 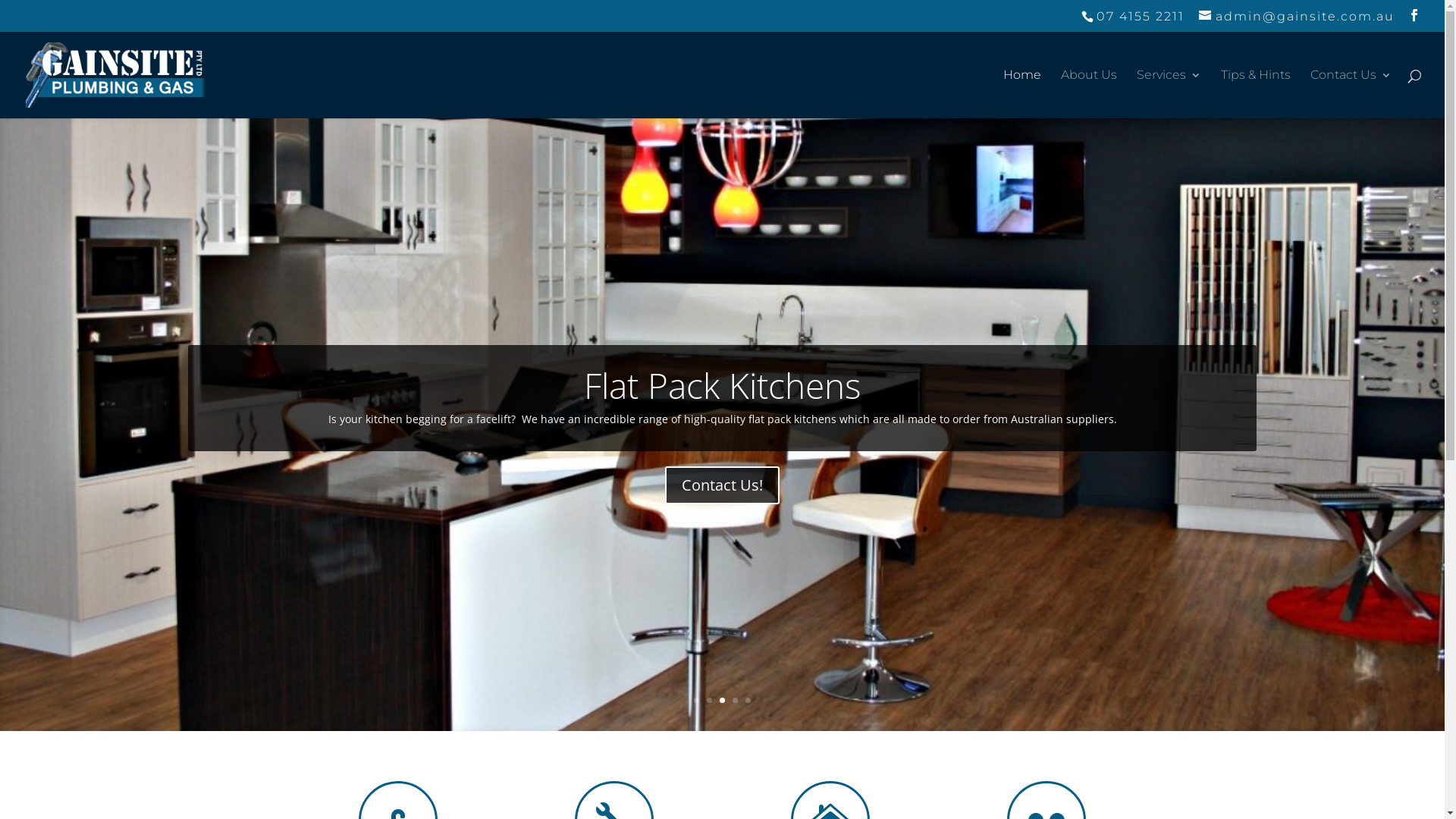 I want to click on 'Contact Us', so click(x=1351, y=93).